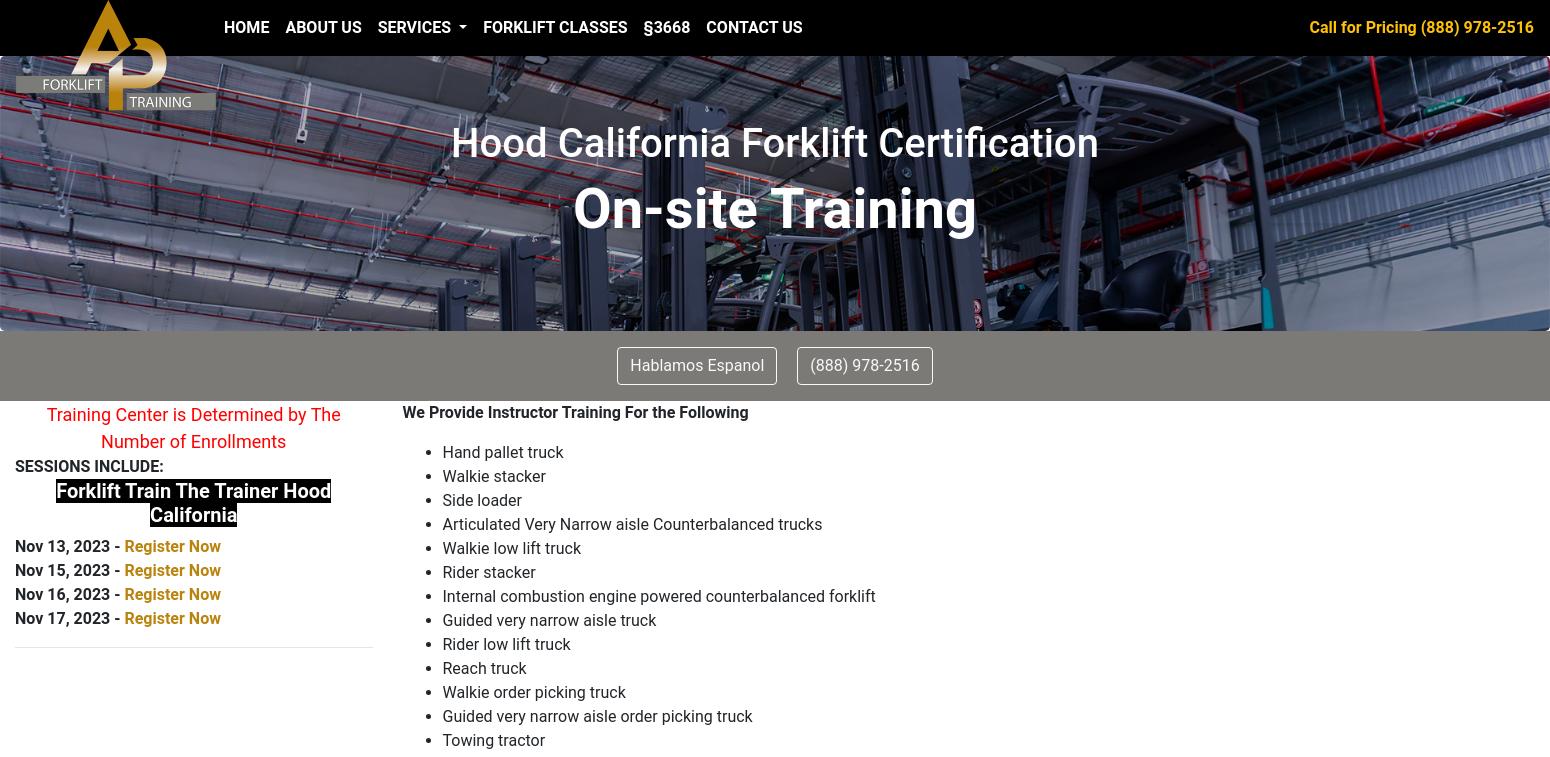 This screenshot has width=1550, height=757. Describe the element at coordinates (754, 26) in the screenshot. I see `'Contact us'` at that location.